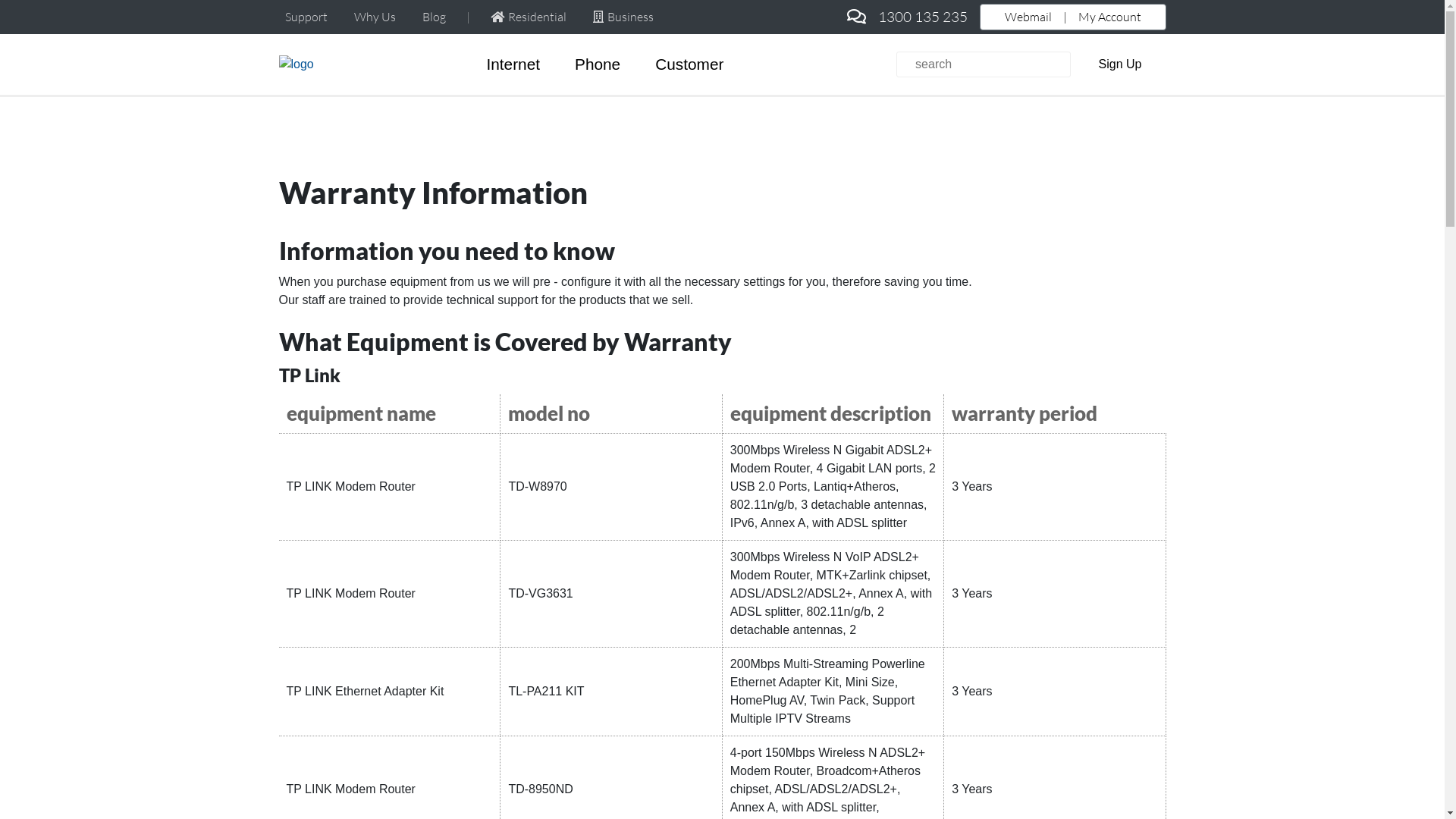 This screenshot has width=1456, height=819. What do you see at coordinates (983, 63) in the screenshot?
I see `'search our site'` at bounding box center [983, 63].